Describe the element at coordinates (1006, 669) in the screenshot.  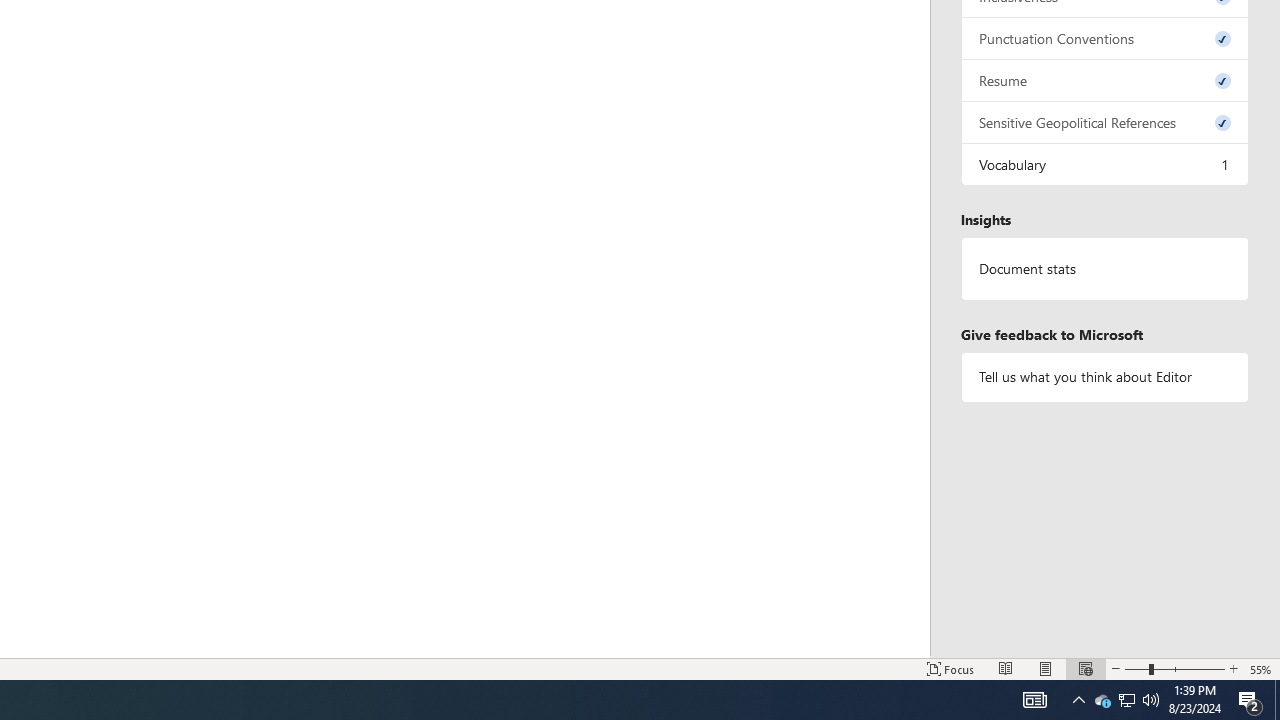
I see `'Read Mode'` at that location.